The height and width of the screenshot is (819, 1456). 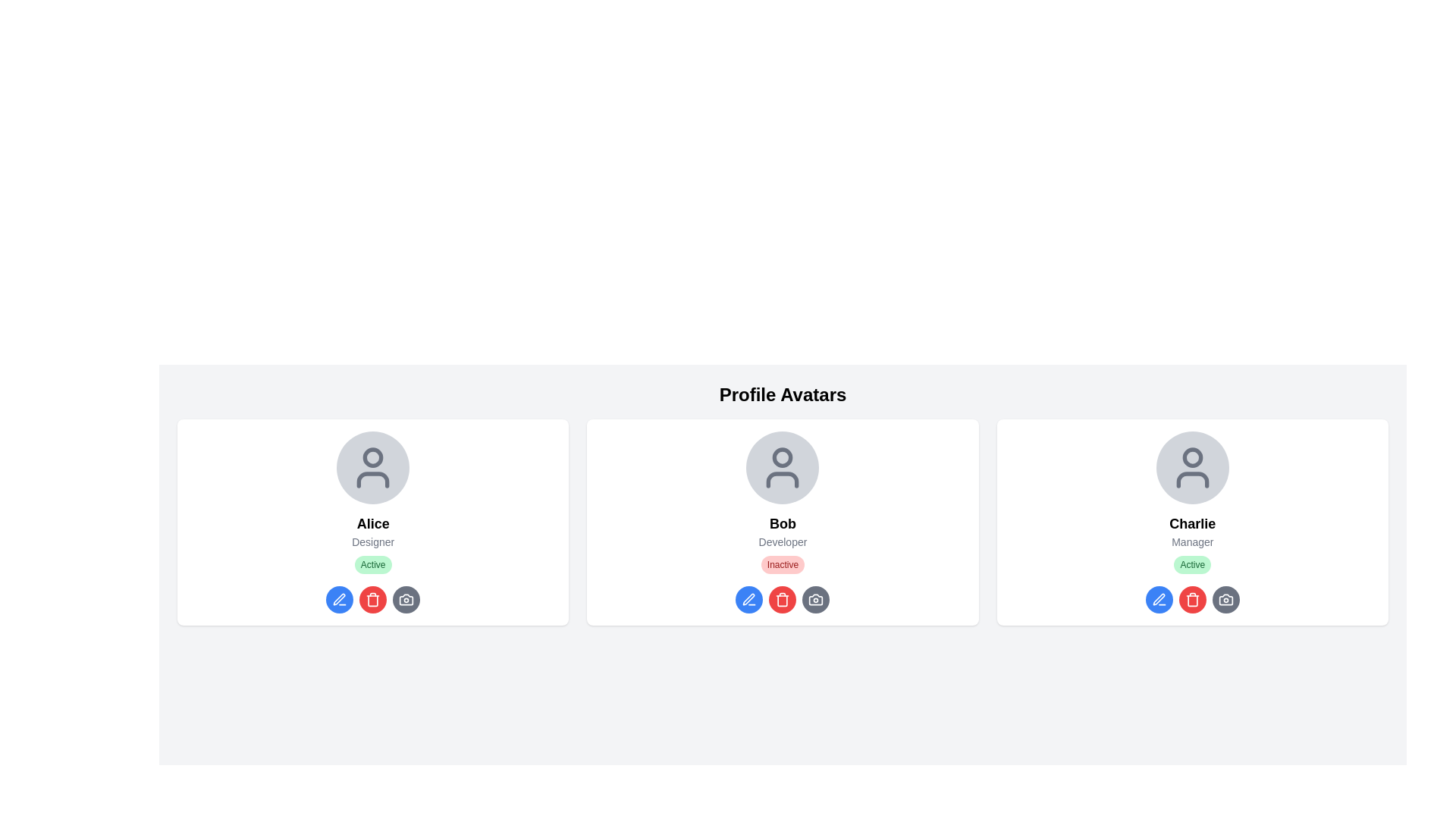 I want to click on the small blue circular button with a white pen icon located at the bottom of Alice's profile card to initiate its action, so click(x=339, y=598).